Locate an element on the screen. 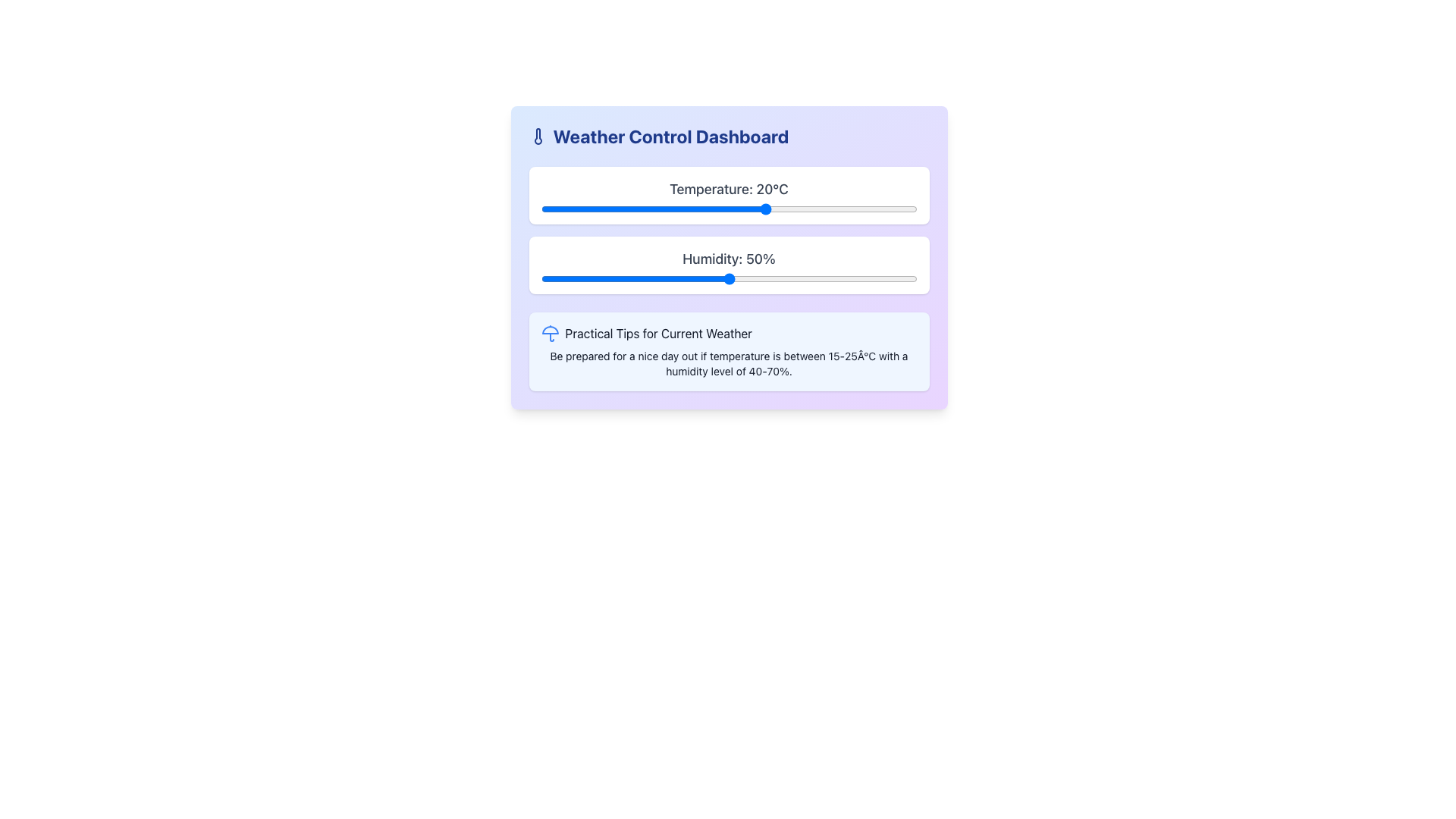  the humidity is located at coordinates (912, 278).